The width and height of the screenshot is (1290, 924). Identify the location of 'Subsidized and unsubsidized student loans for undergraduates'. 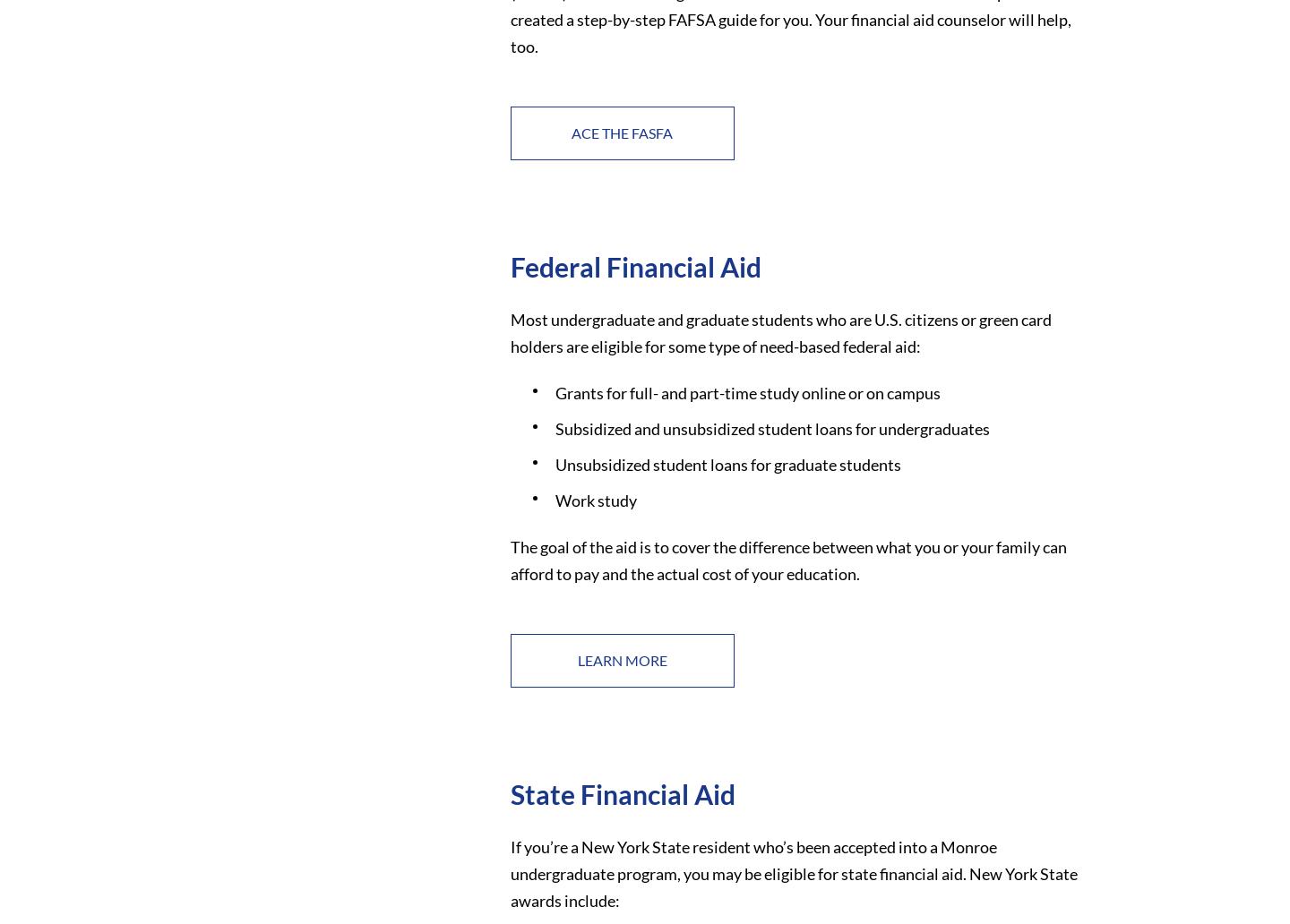
(770, 427).